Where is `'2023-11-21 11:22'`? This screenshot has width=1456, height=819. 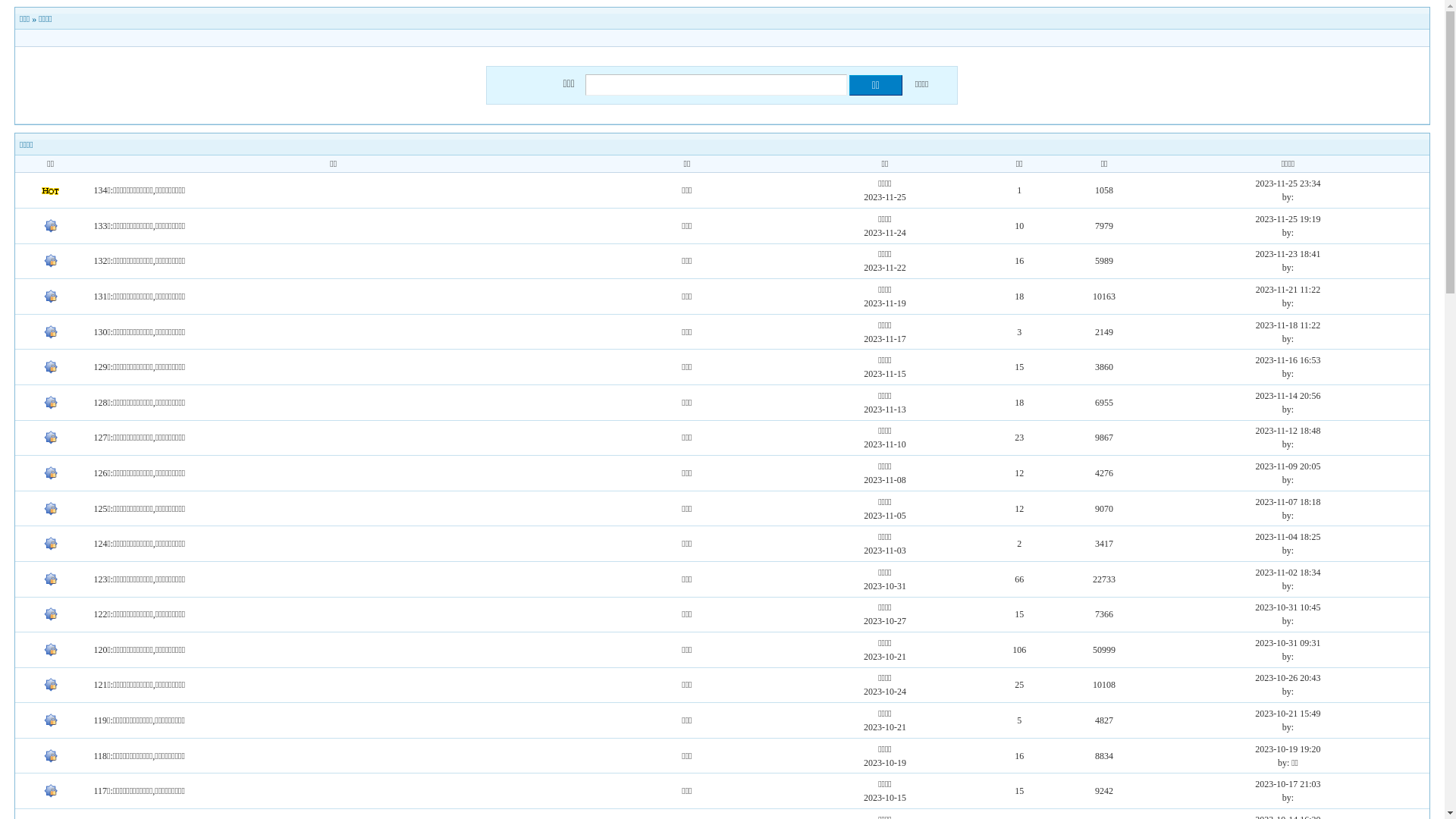 '2023-11-21 11:22' is located at coordinates (1287, 289).